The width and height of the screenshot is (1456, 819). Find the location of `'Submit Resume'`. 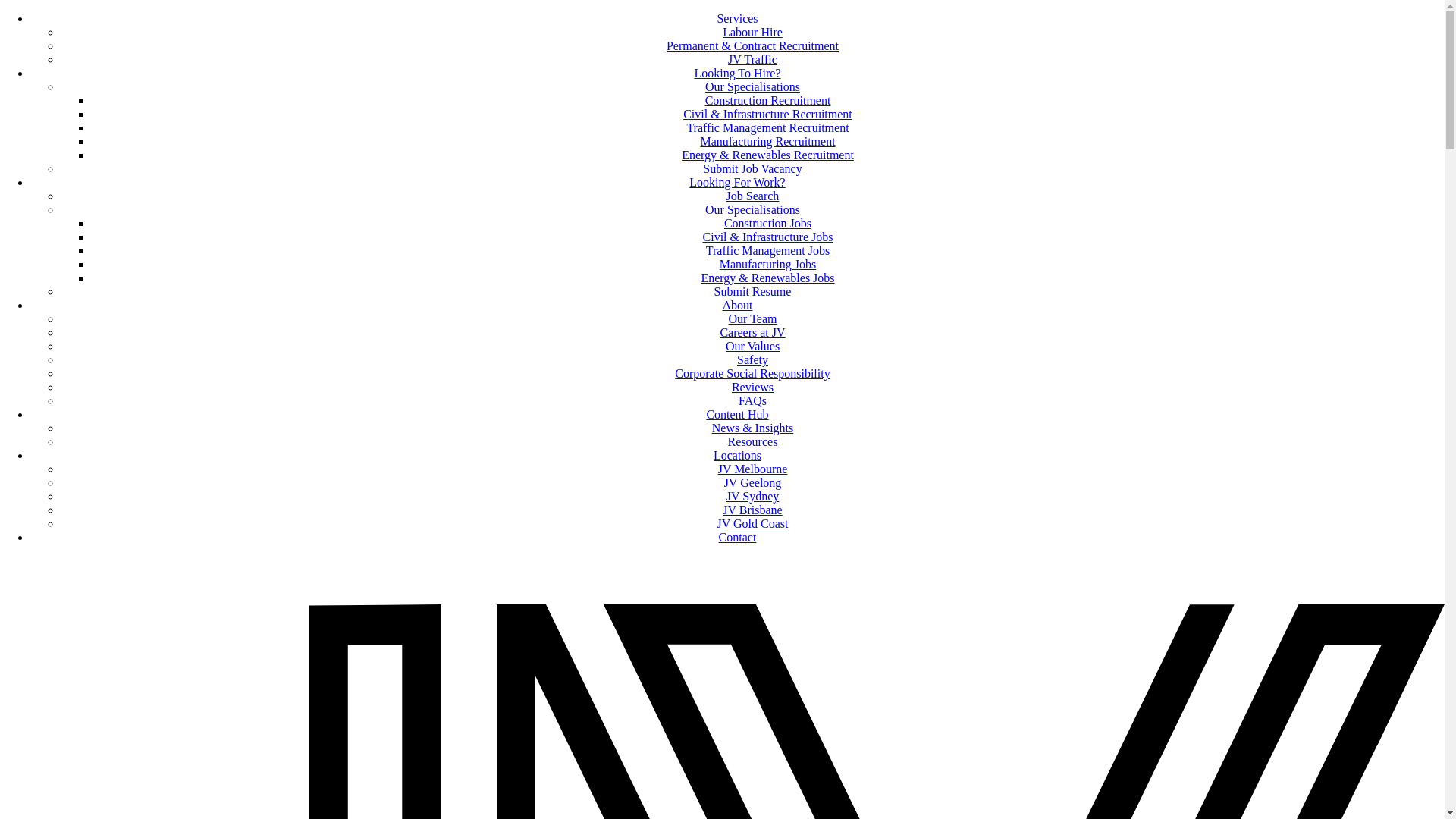

'Submit Resume' is located at coordinates (713, 291).